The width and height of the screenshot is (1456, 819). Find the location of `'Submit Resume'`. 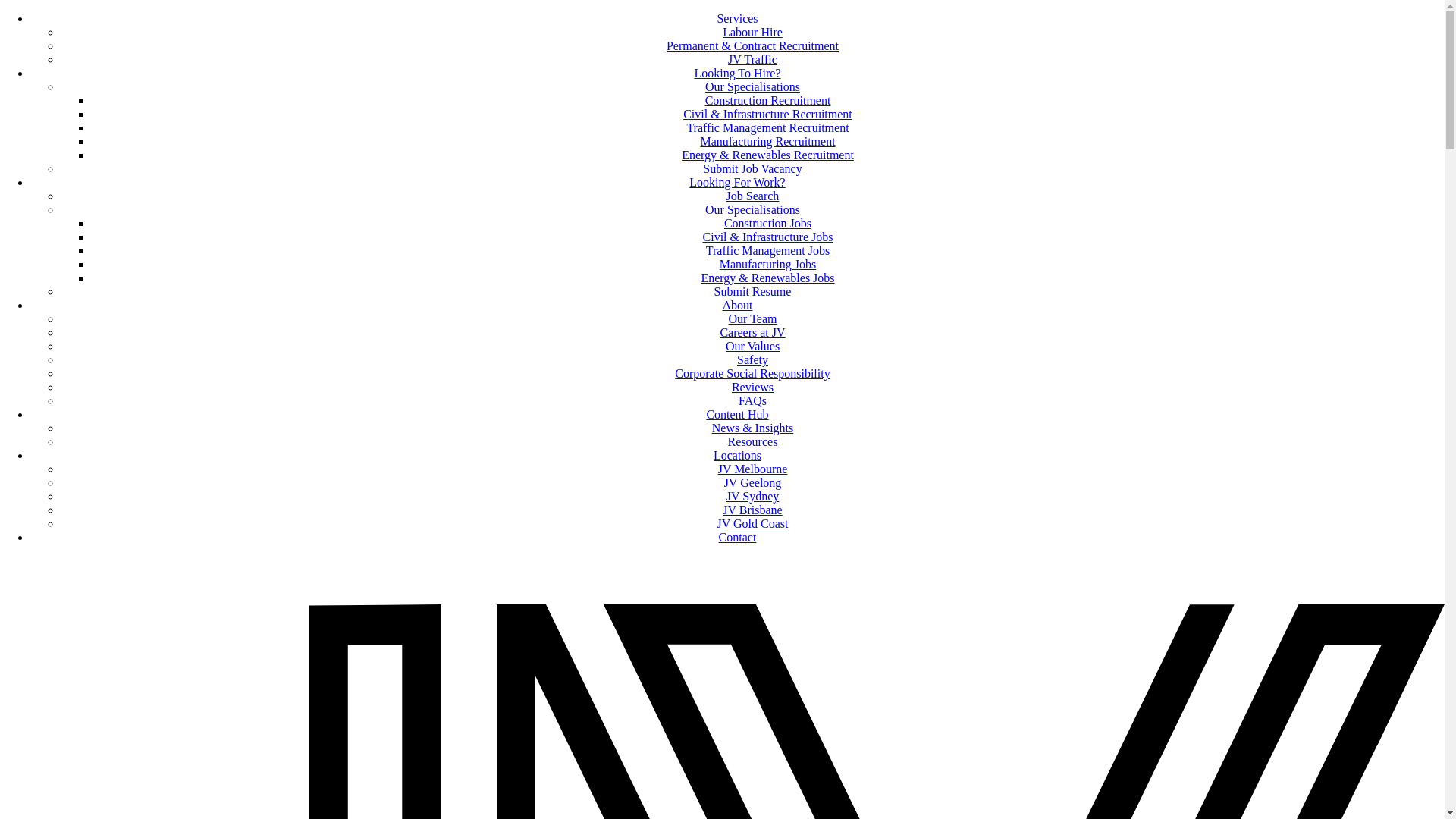

'Submit Resume' is located at coordinates (713, 291).